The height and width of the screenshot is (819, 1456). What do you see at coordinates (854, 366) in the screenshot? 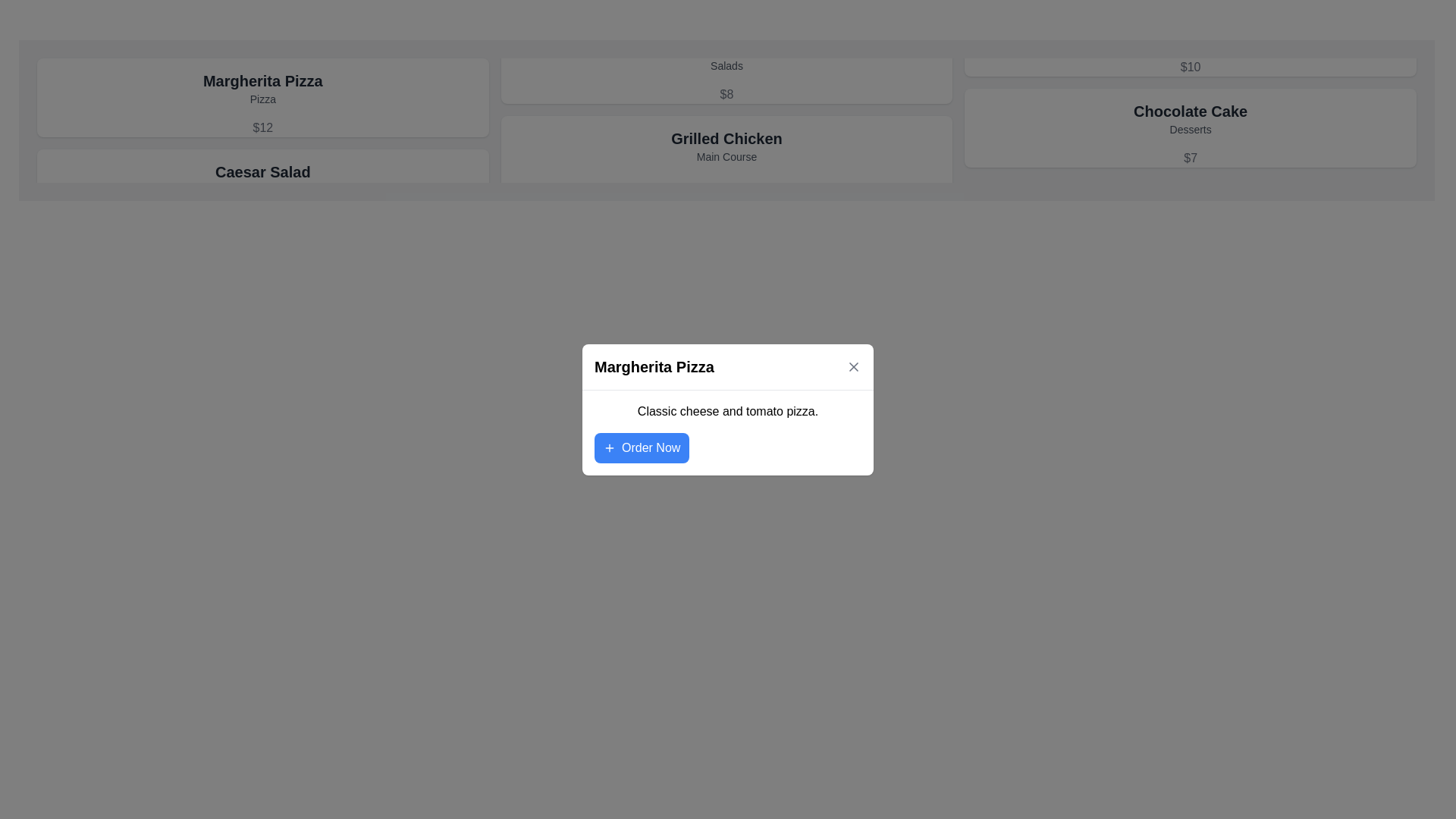
I see `the close button represented by a small 'X' icon in the top-right corner of the modal displaying 'Margherita Pizza'` at bounding box center [854, 366].